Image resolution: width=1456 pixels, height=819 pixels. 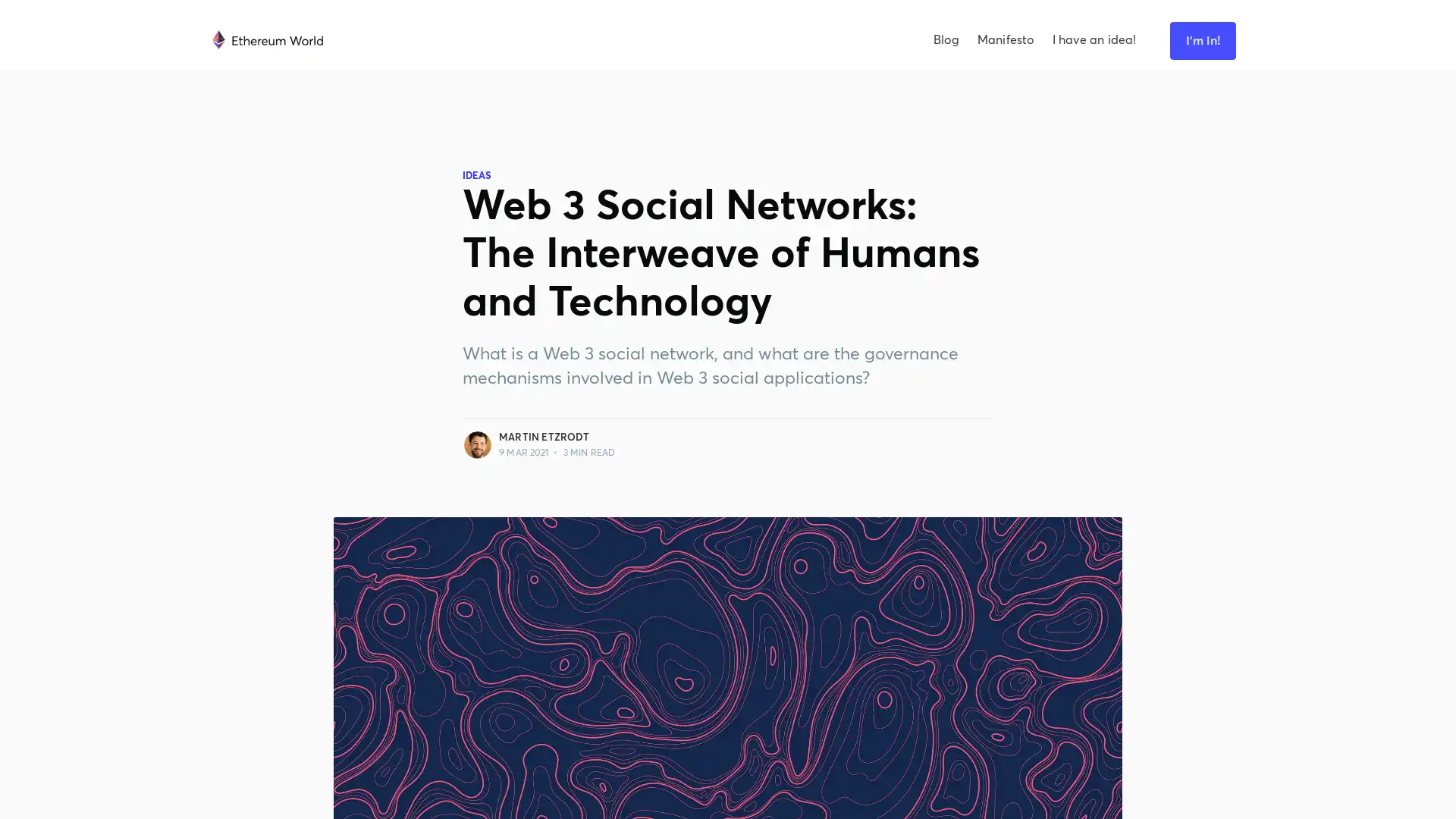 I want to click on Subscribe, so click(x=885, y=430).